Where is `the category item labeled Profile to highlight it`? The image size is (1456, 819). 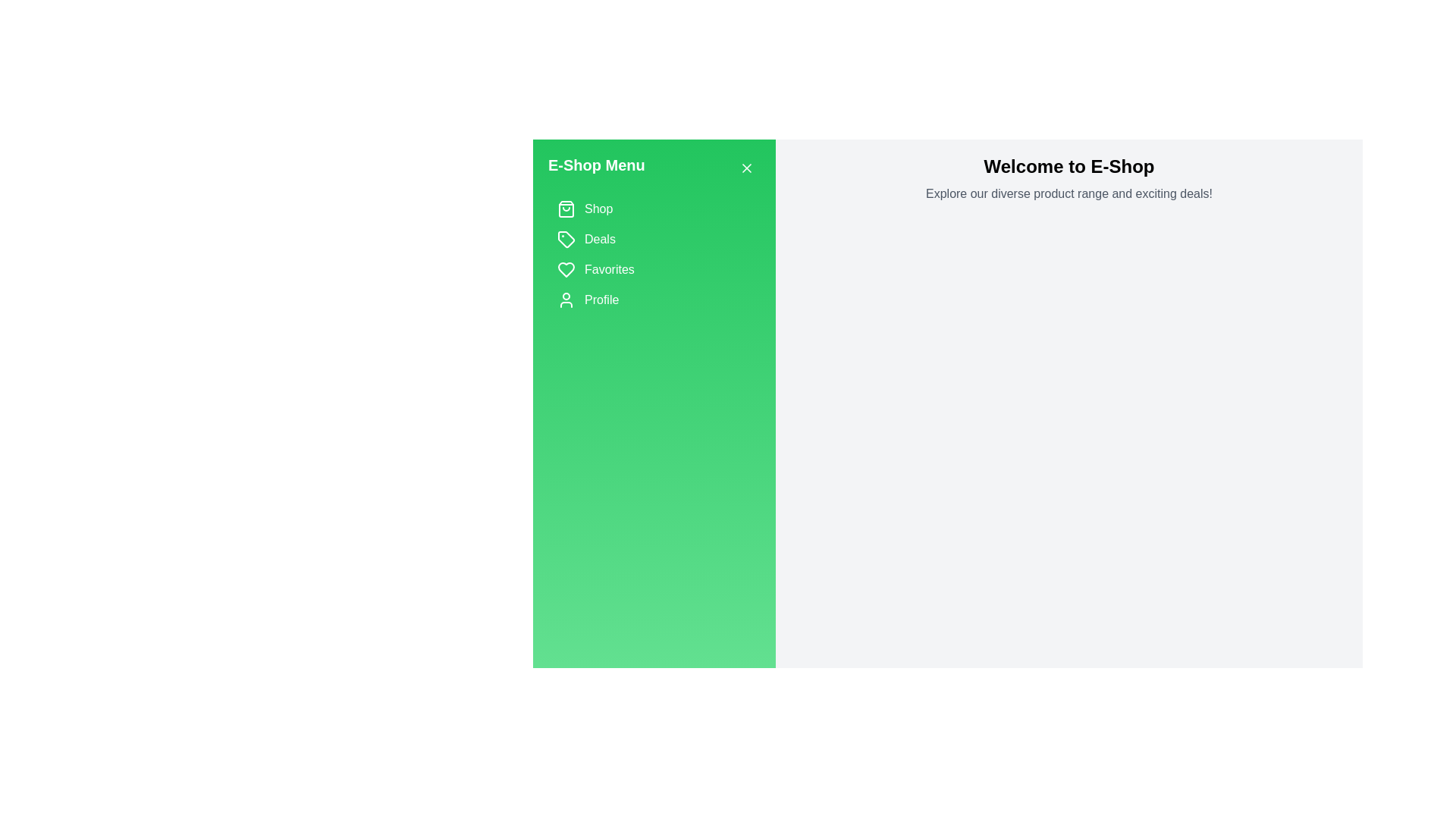 the category item labeled Profile to highlight it is located at coordinates (654, 300).